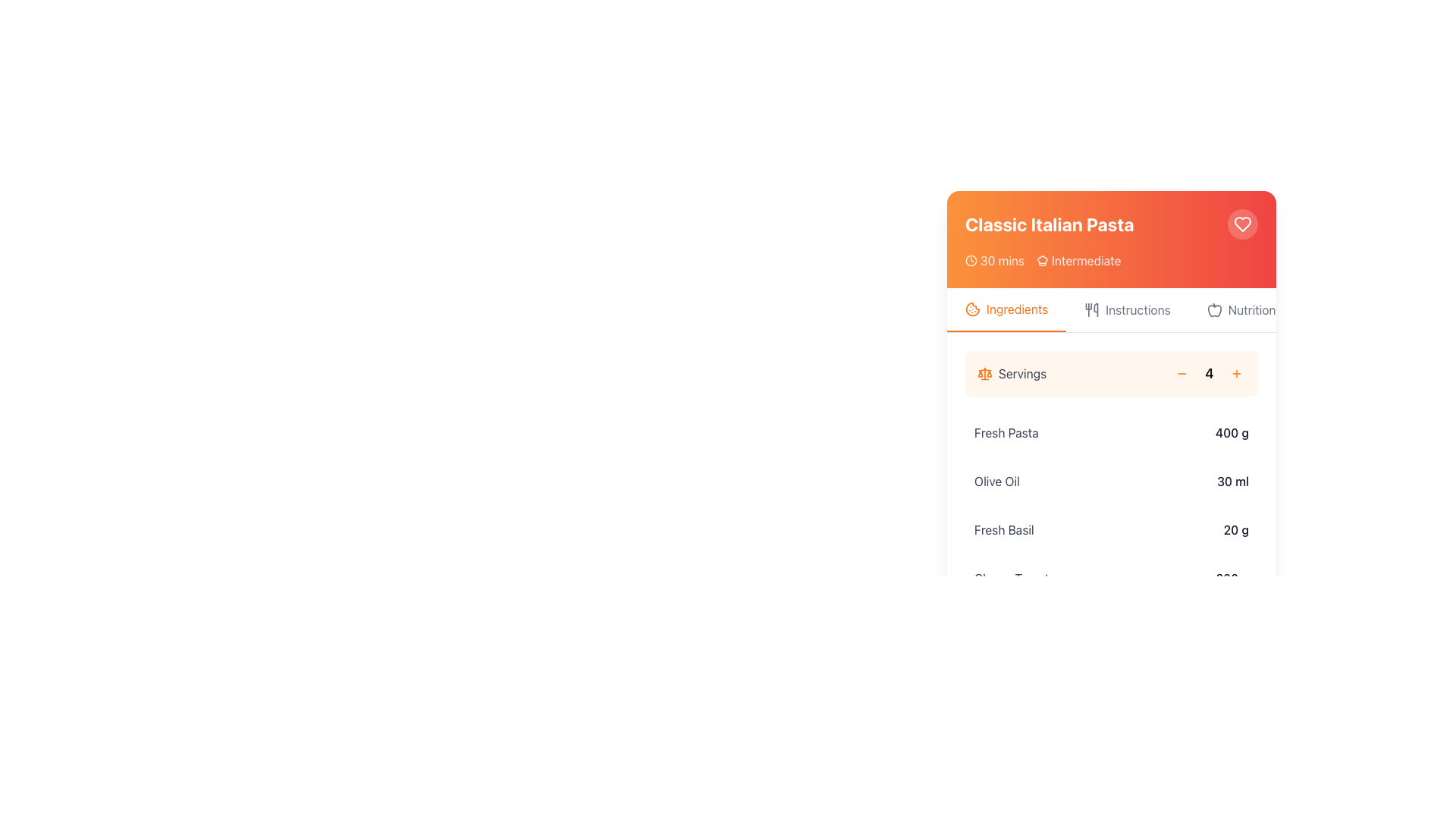 The width and height of the screenshot is (1456, 819). I want to click on the Navigation Tab, which is the second tab from the left in the horizontal tab section, to possibly see a tooltip, so click(1137, 309).